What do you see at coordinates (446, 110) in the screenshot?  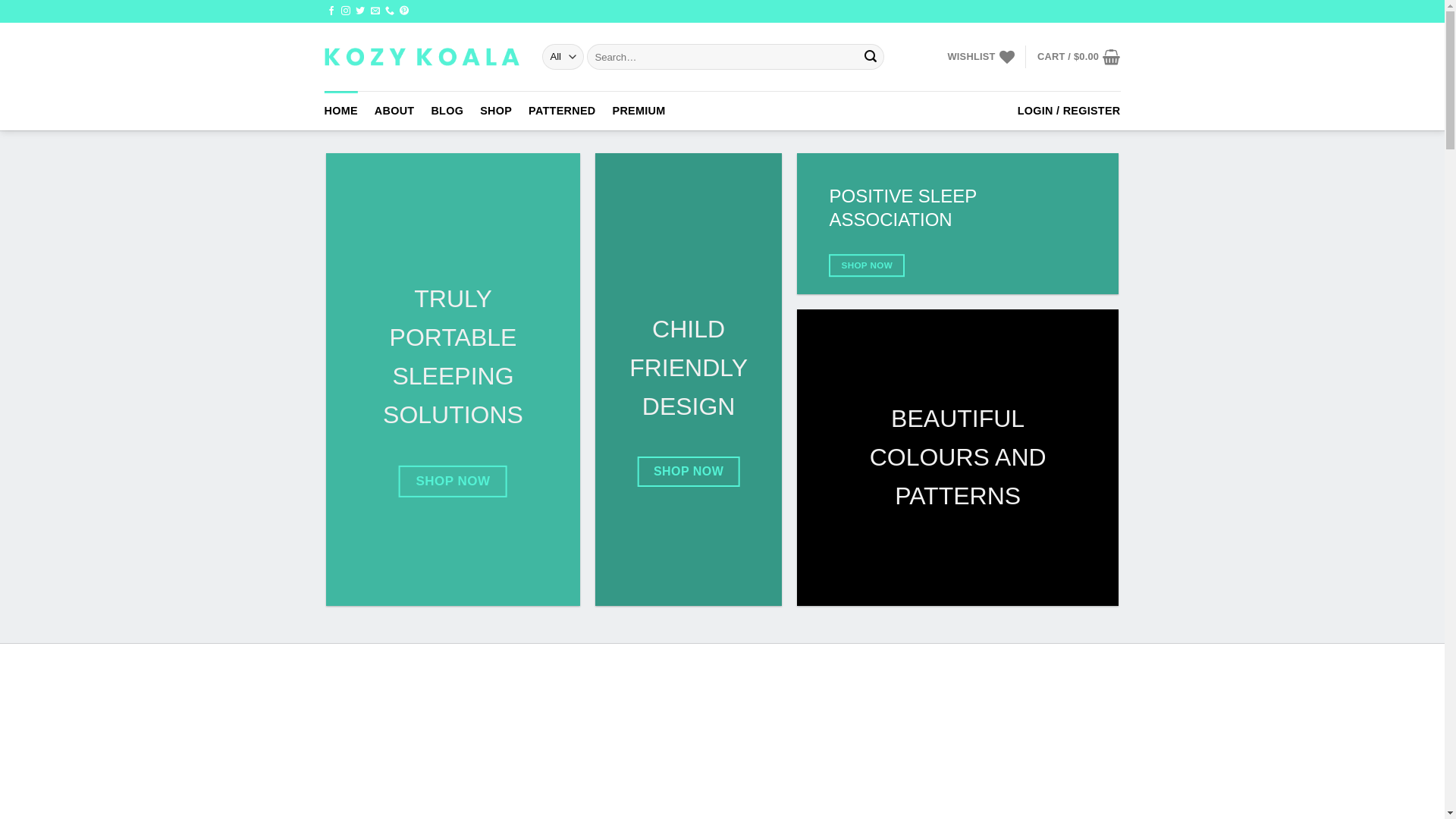 I see `'BLOG'` at bounding box center [446, 110].